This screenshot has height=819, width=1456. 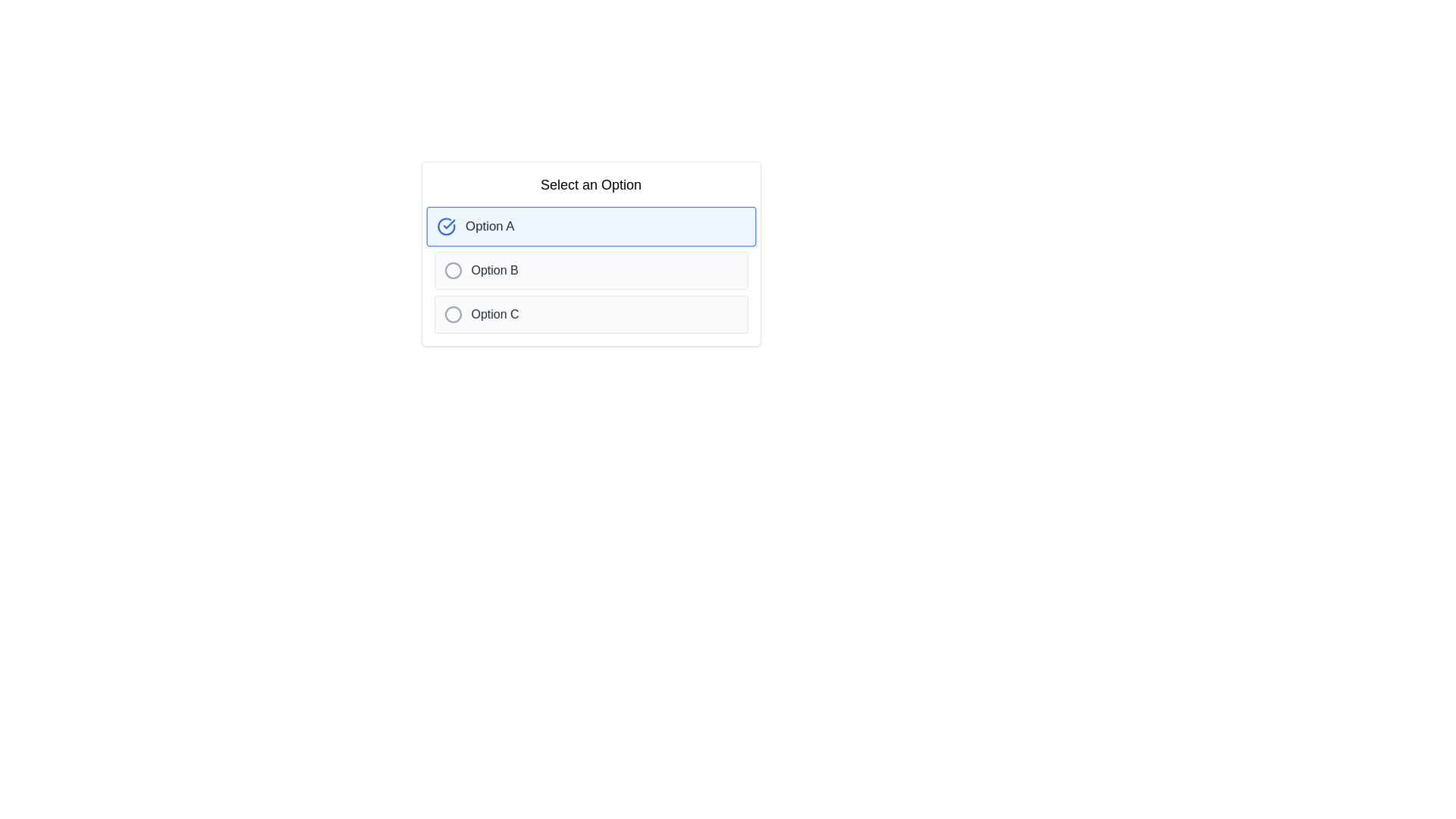 I want to click on the radio button for 'Option C' to indicate the active selection possibility, so click(x=452, y=314).